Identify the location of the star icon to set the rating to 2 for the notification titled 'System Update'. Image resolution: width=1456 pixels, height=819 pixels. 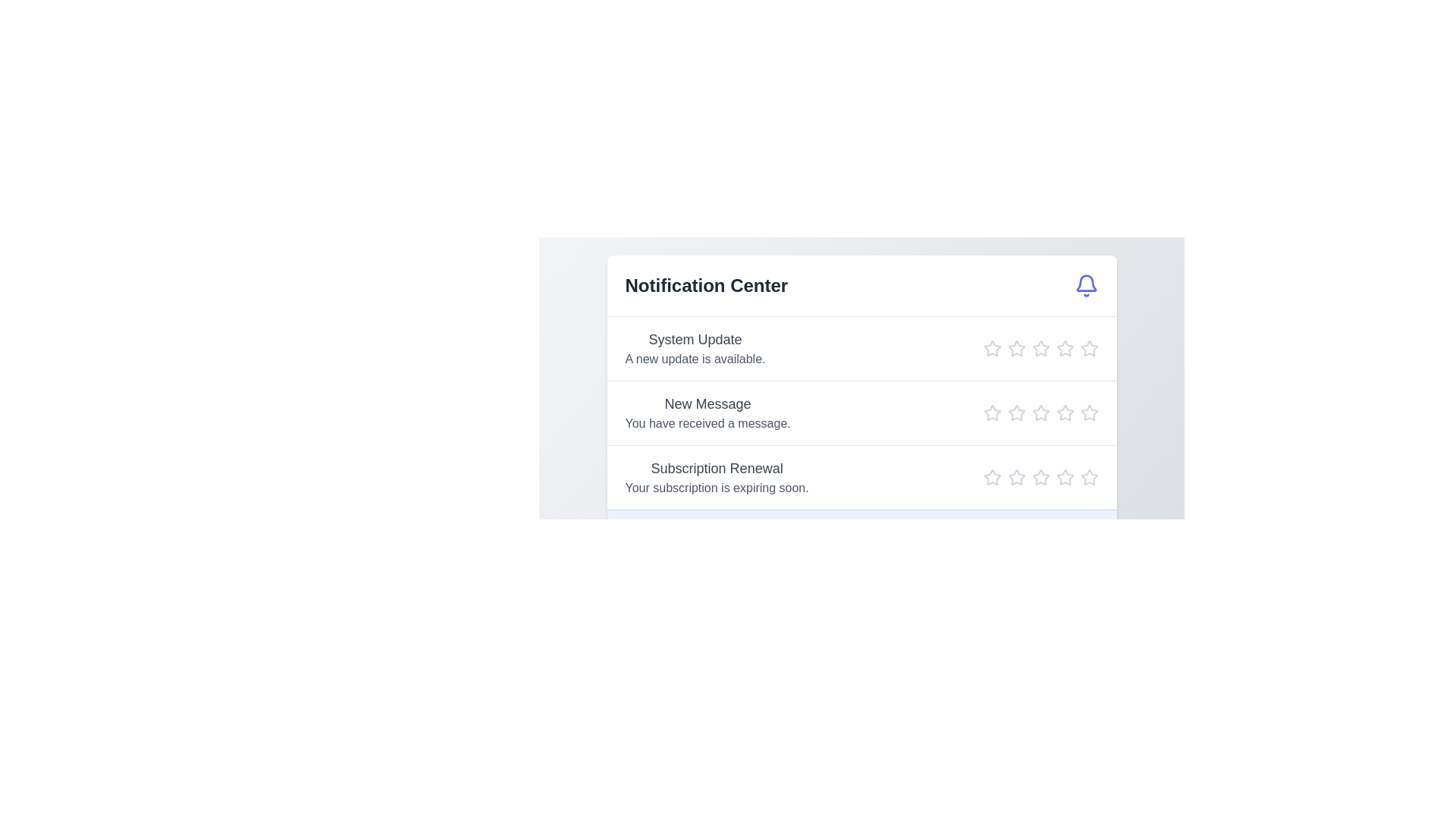
(1016, 348).